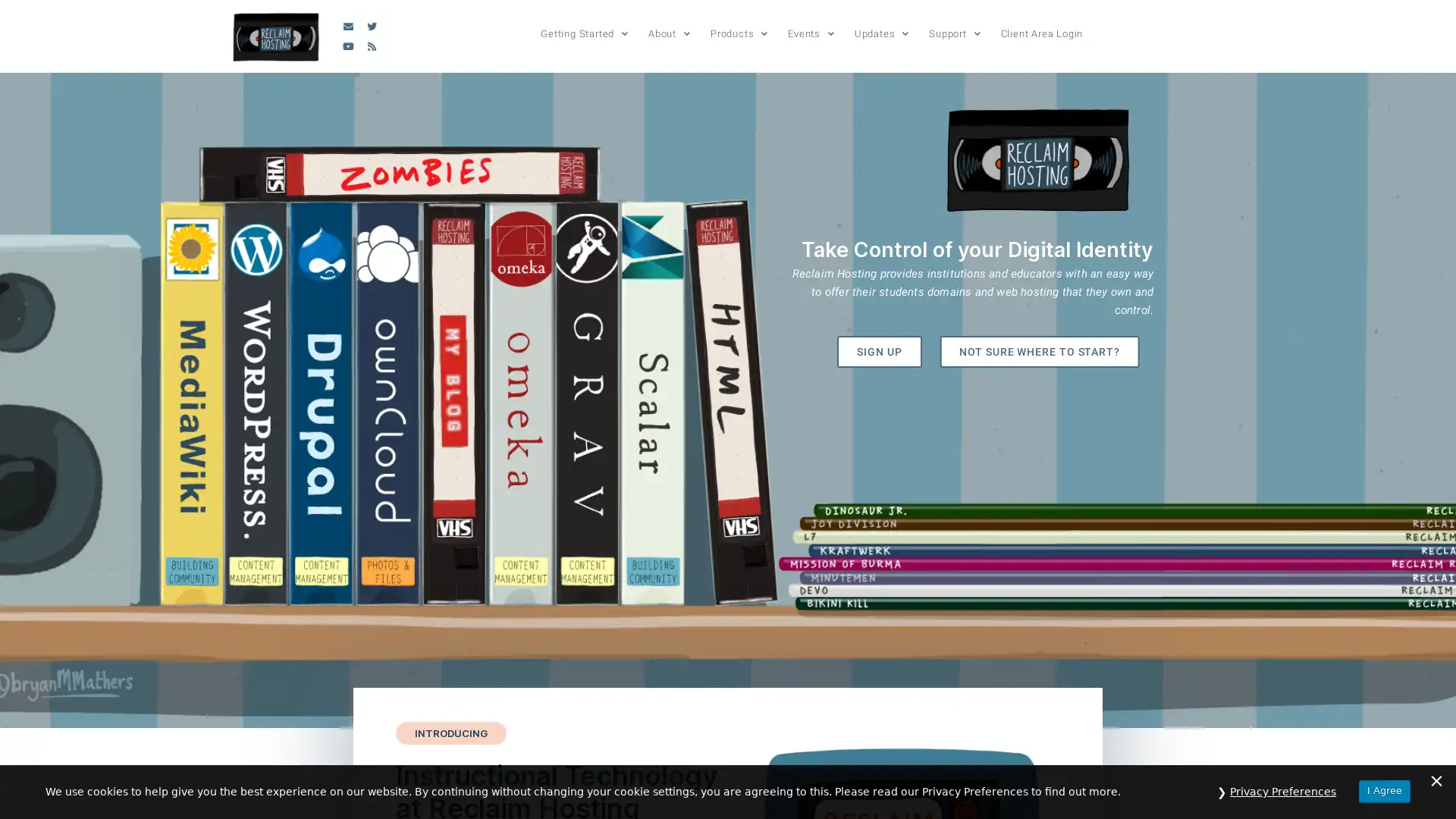 This screenshot has width=1456, height=819. What do you see at coordinates (1037, 351) in the screenshot?
I see `NOT SURE WHERE TO START?` at bounding box center [1037, 351].